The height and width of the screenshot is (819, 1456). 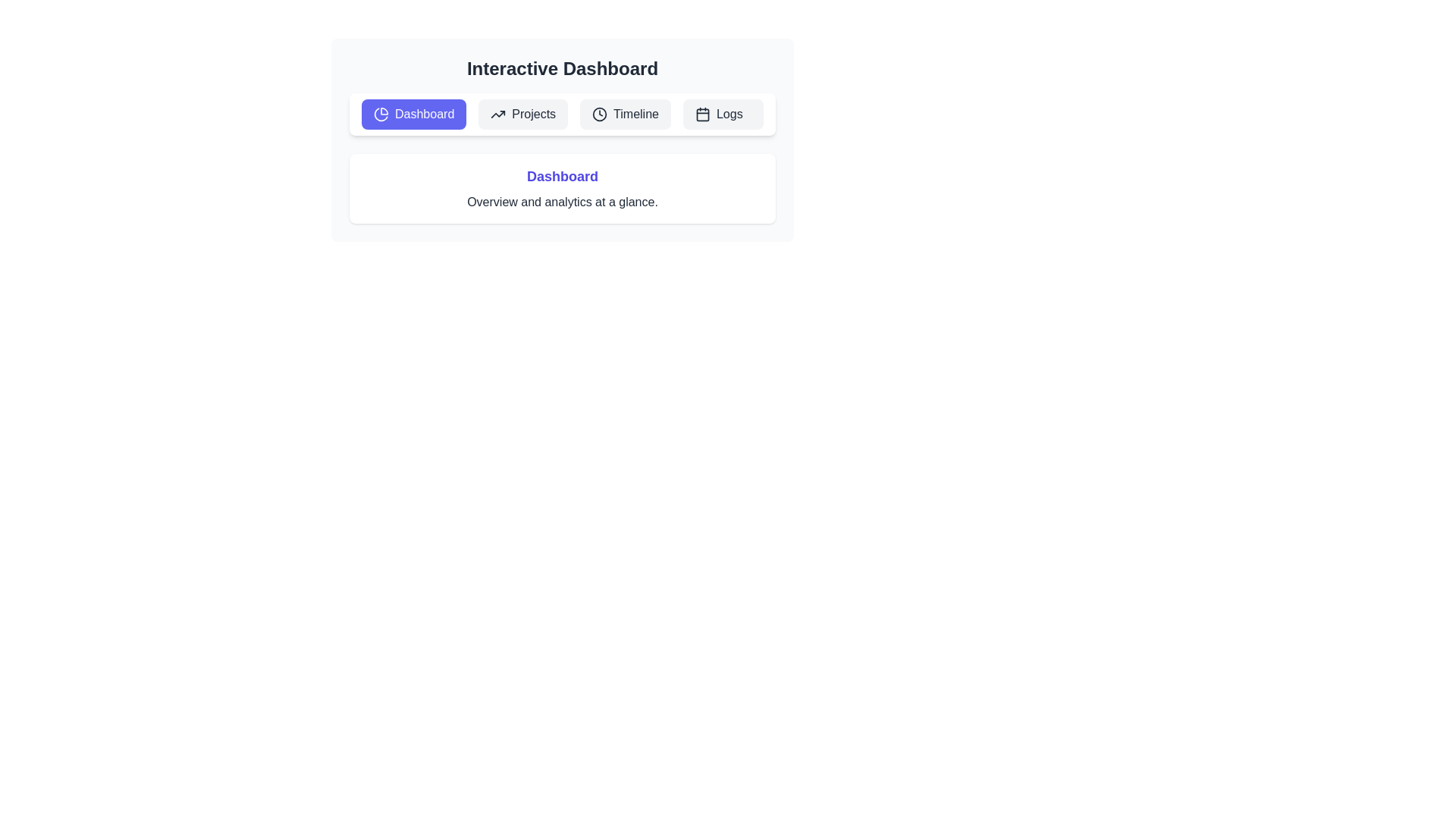 I want to click on the 'Projects' button, which is a rounded button with a light gray background, an upward arrow icon, and the text 'Projects' in black, so click(x=523, y=113).